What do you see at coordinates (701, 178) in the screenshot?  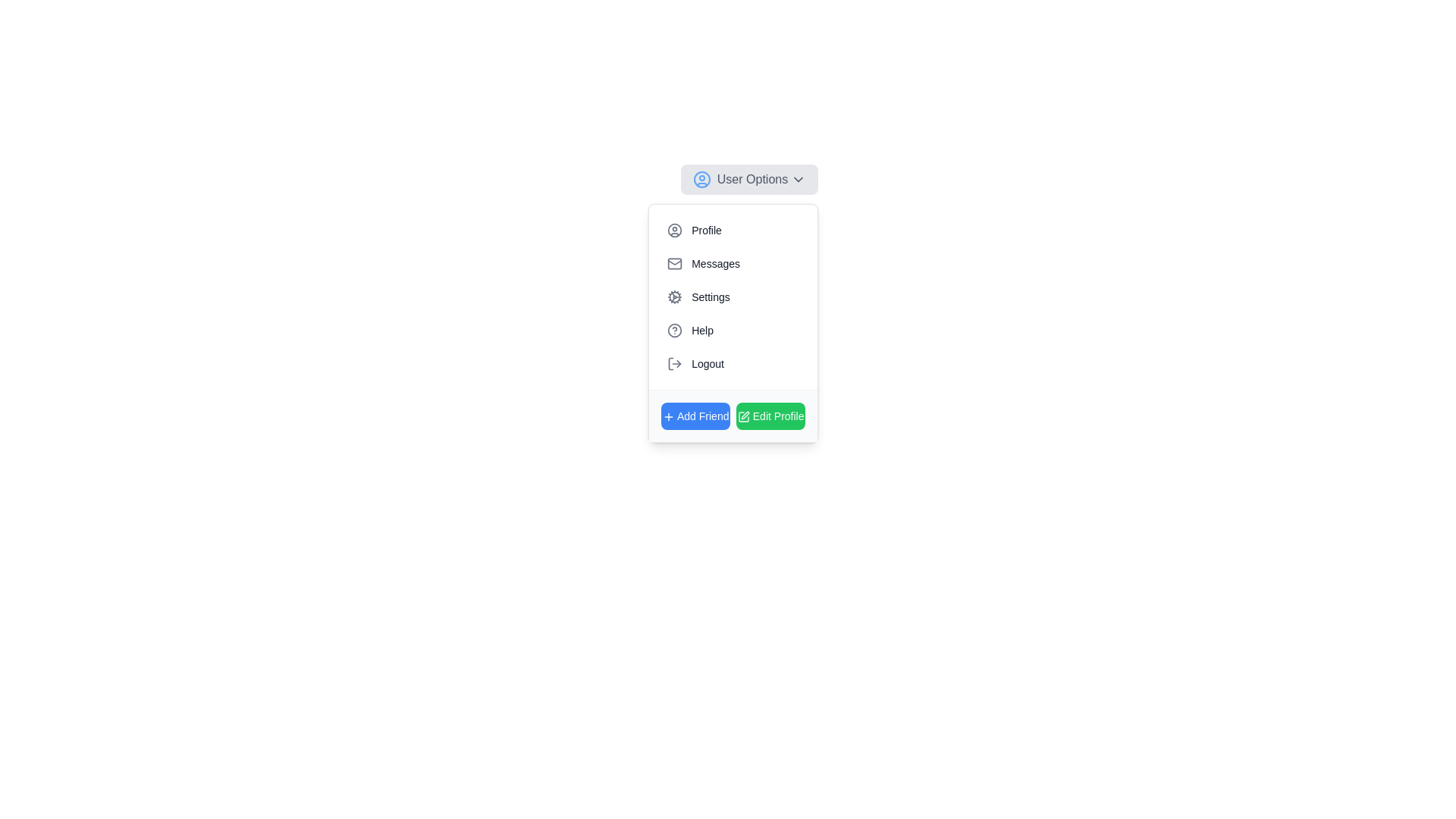 I see `the hollow blue circular icon located in the top-left corner of the dropdown menu within the 'User Options' section` at bounding box center [701, 178].